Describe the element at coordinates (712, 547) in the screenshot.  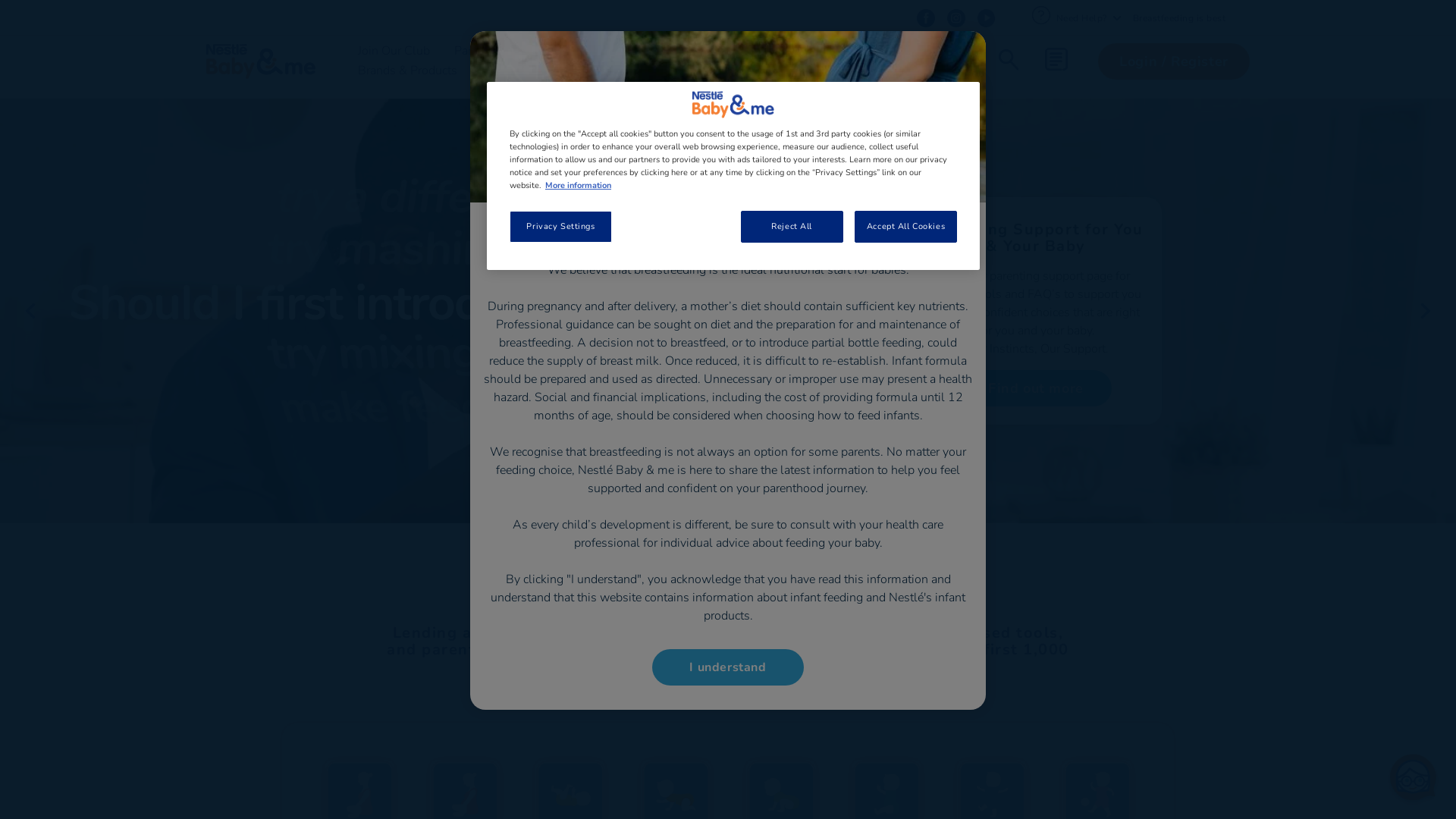
I see `'2'` at that location.